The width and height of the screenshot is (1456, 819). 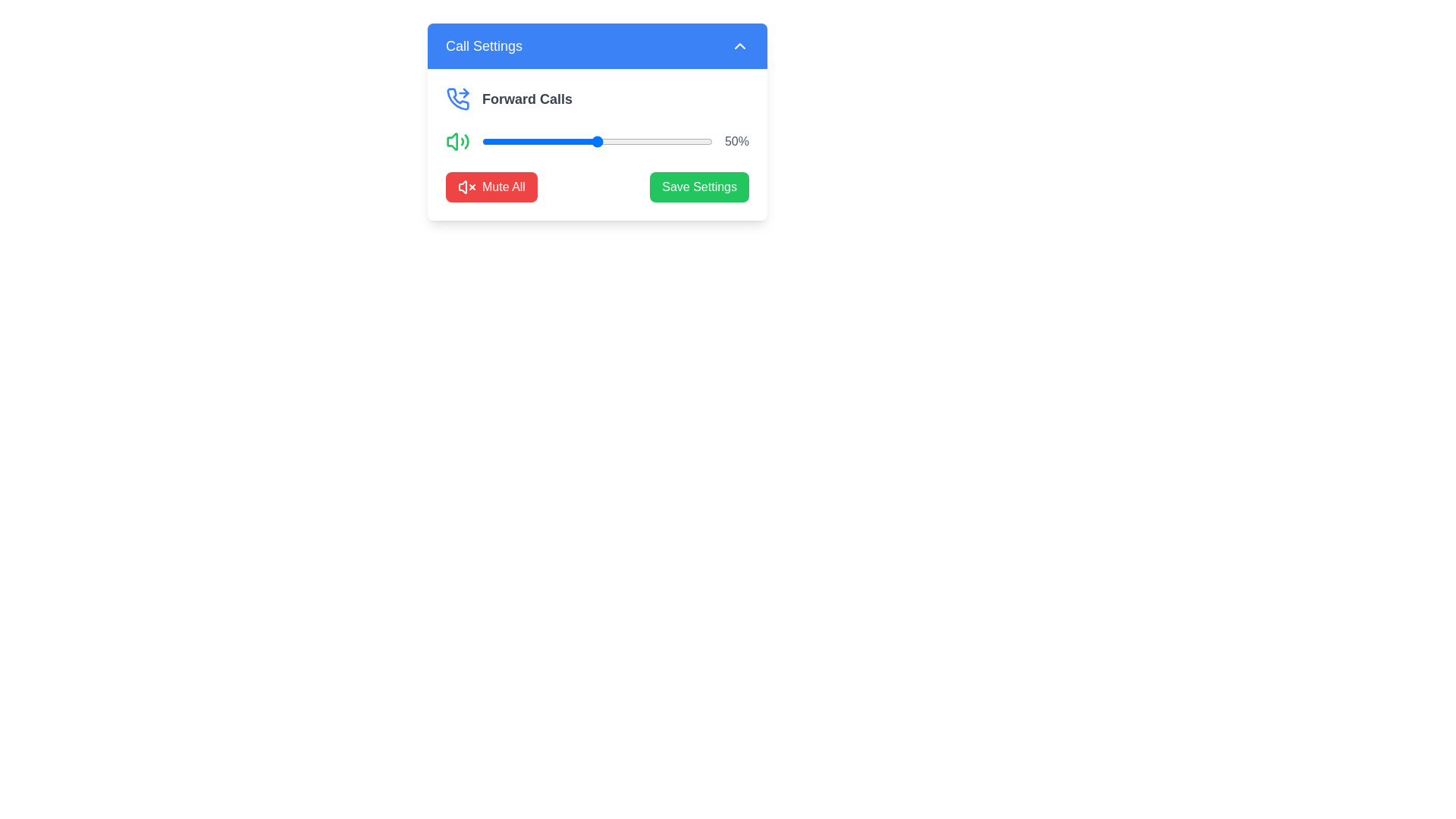 What do you see at coordinates (491, 186) in the screenshot?
I see `the prominent red button labeled 'Mute All' with a speaker icon and 'x', located in the 'Call Settings' section` at bounding box center [491, 186].